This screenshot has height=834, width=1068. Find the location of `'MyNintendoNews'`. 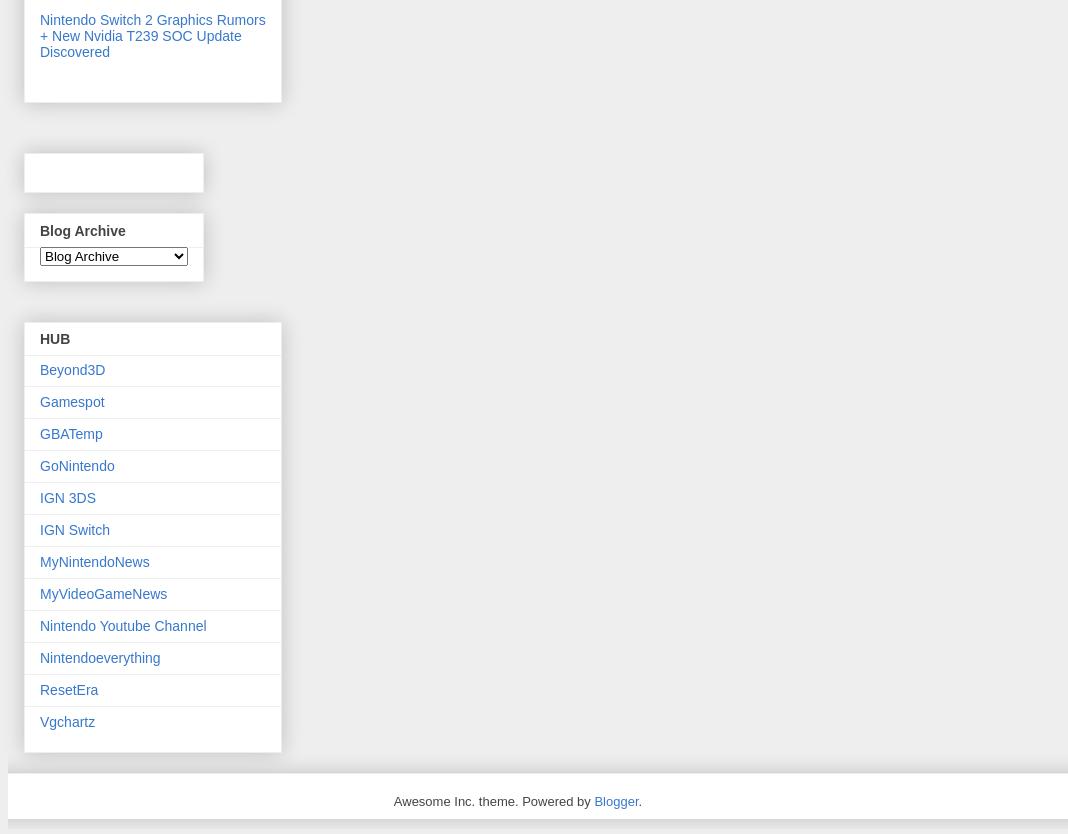

'MyNintendoNews' is located at coordinates (39, 561).